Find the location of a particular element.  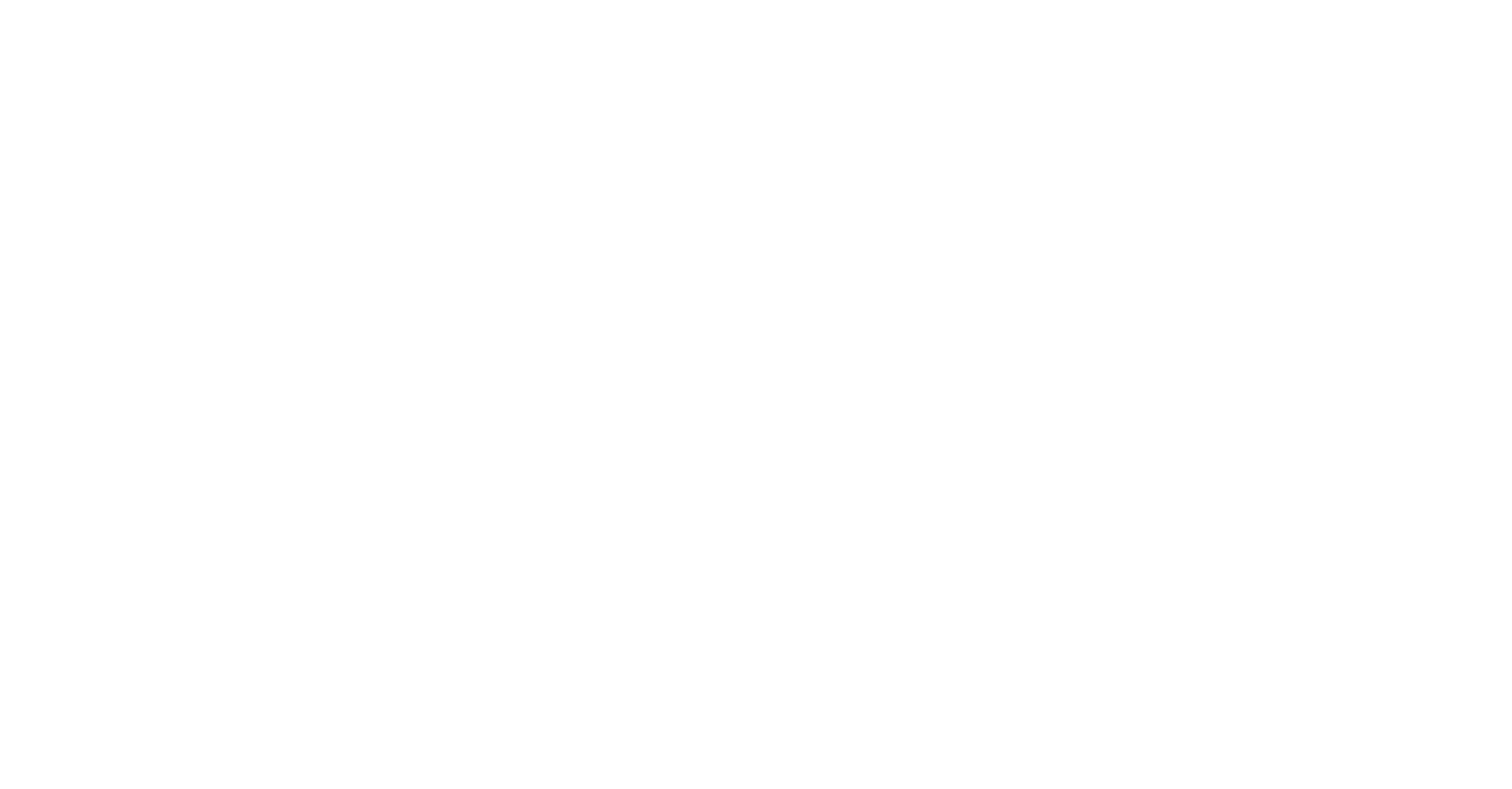

'Kontakt' is located at coordinates (62, 443).